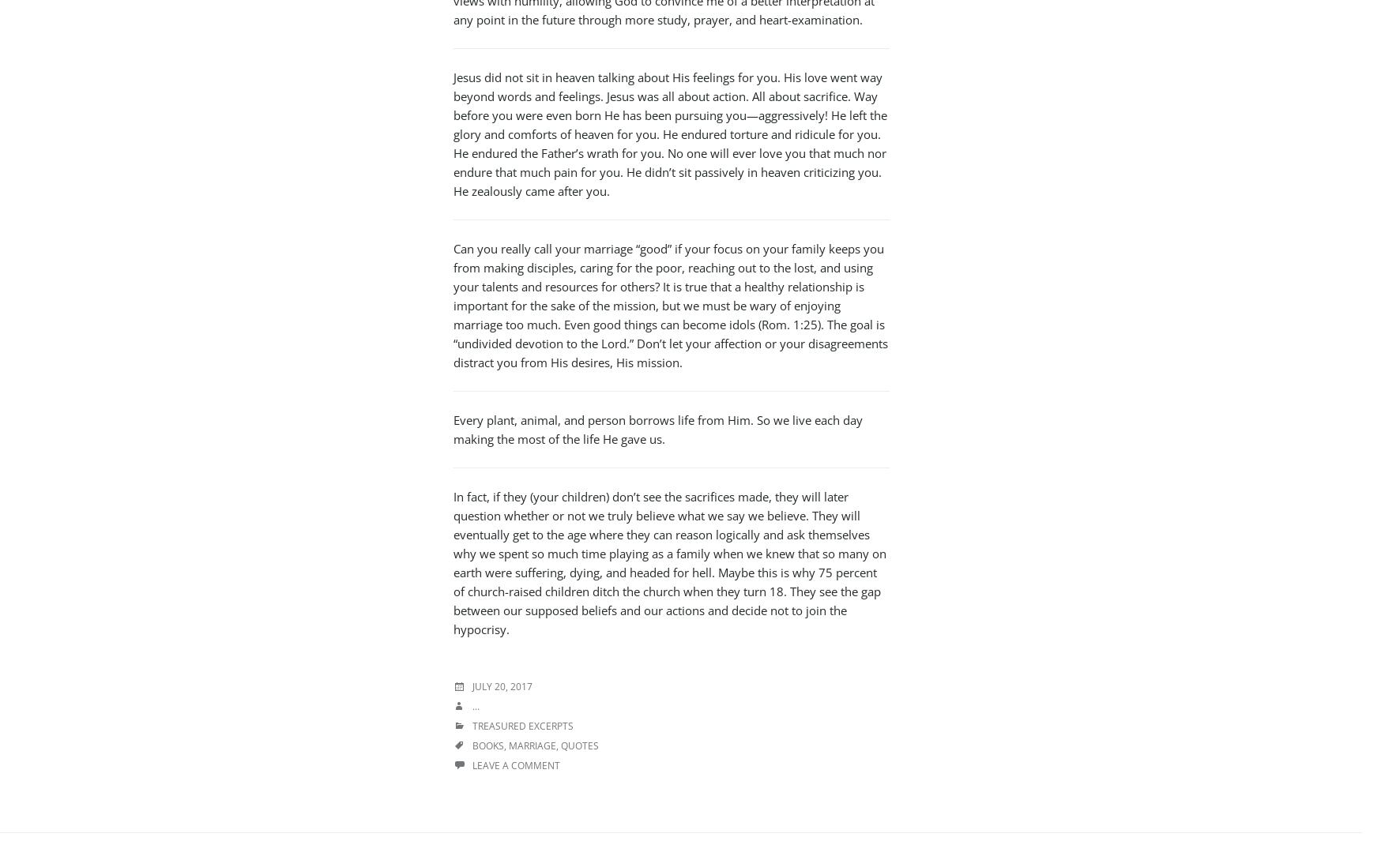 This screenshot has height=841, width=1400. What do you see at coordinates (502, 686) in the screenshot?
I see `'July 20, 2017'` at bounding box center [502, 686].